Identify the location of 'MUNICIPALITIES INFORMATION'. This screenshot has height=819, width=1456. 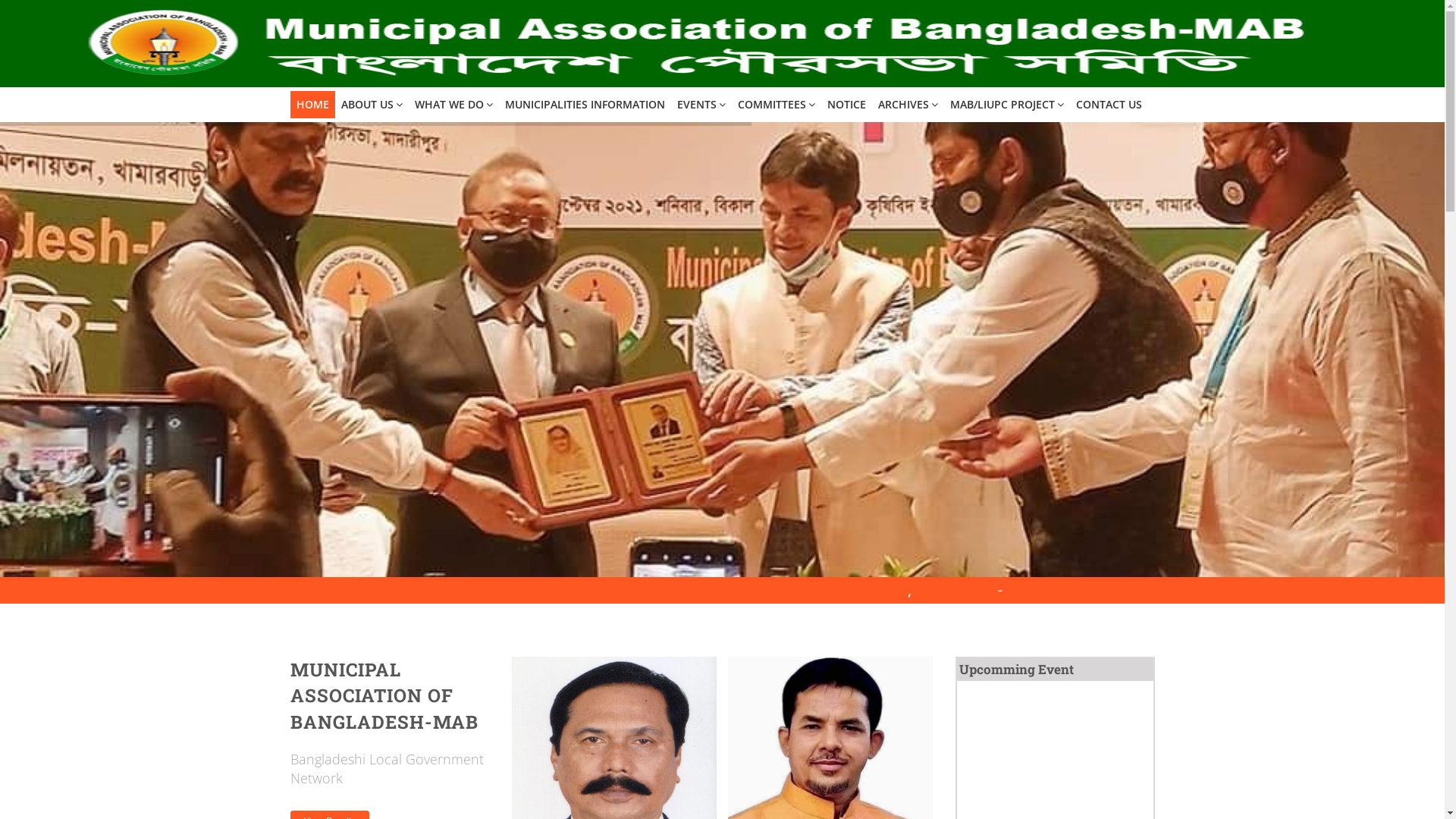
(498, 104).